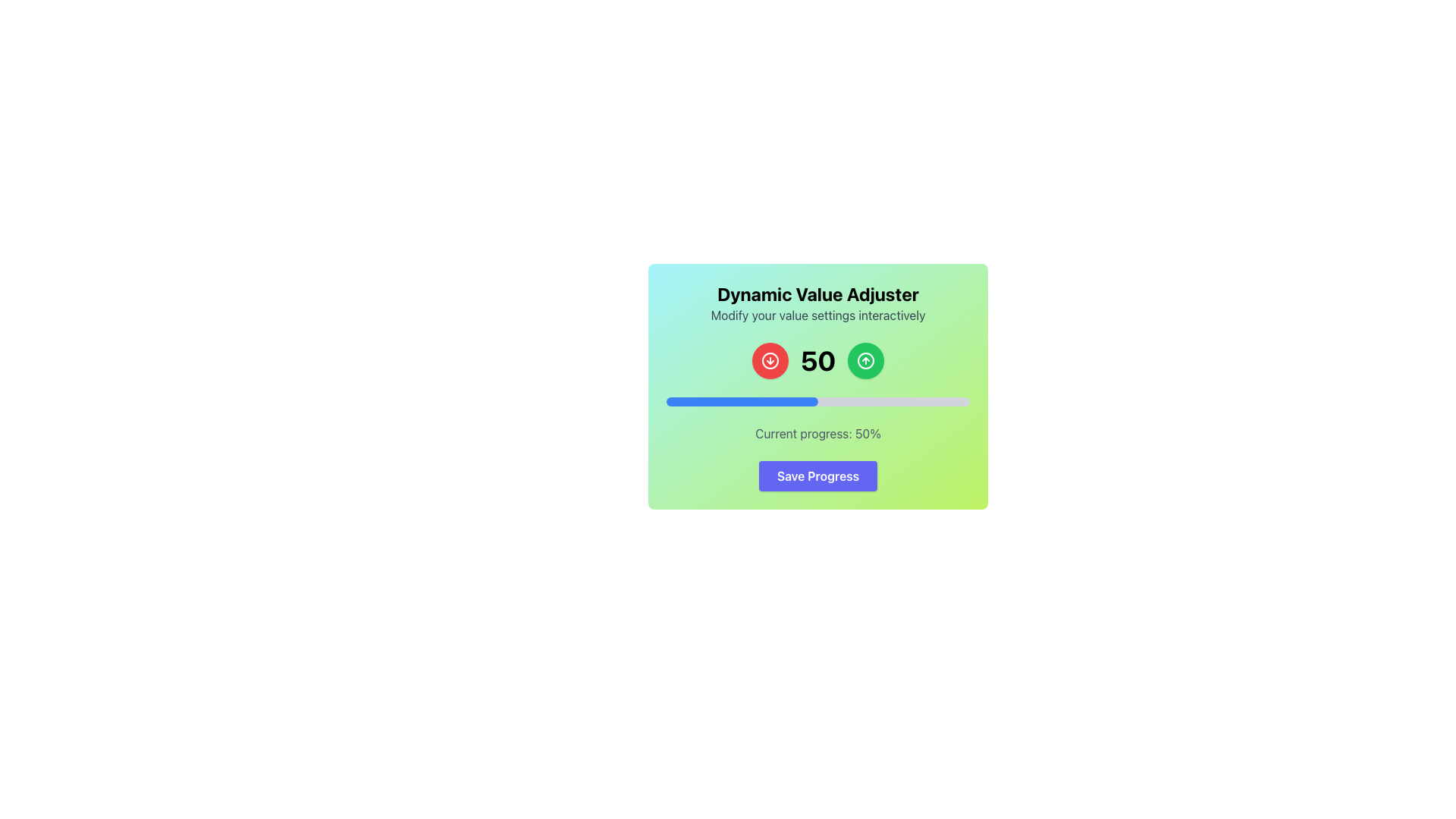 This screenshot has width=1456, height=819. I want to click on the 'Save Progress' button, which is a rectangular button with a purple background and white text, located at the bottom center of the card interface, so click(817, 475).